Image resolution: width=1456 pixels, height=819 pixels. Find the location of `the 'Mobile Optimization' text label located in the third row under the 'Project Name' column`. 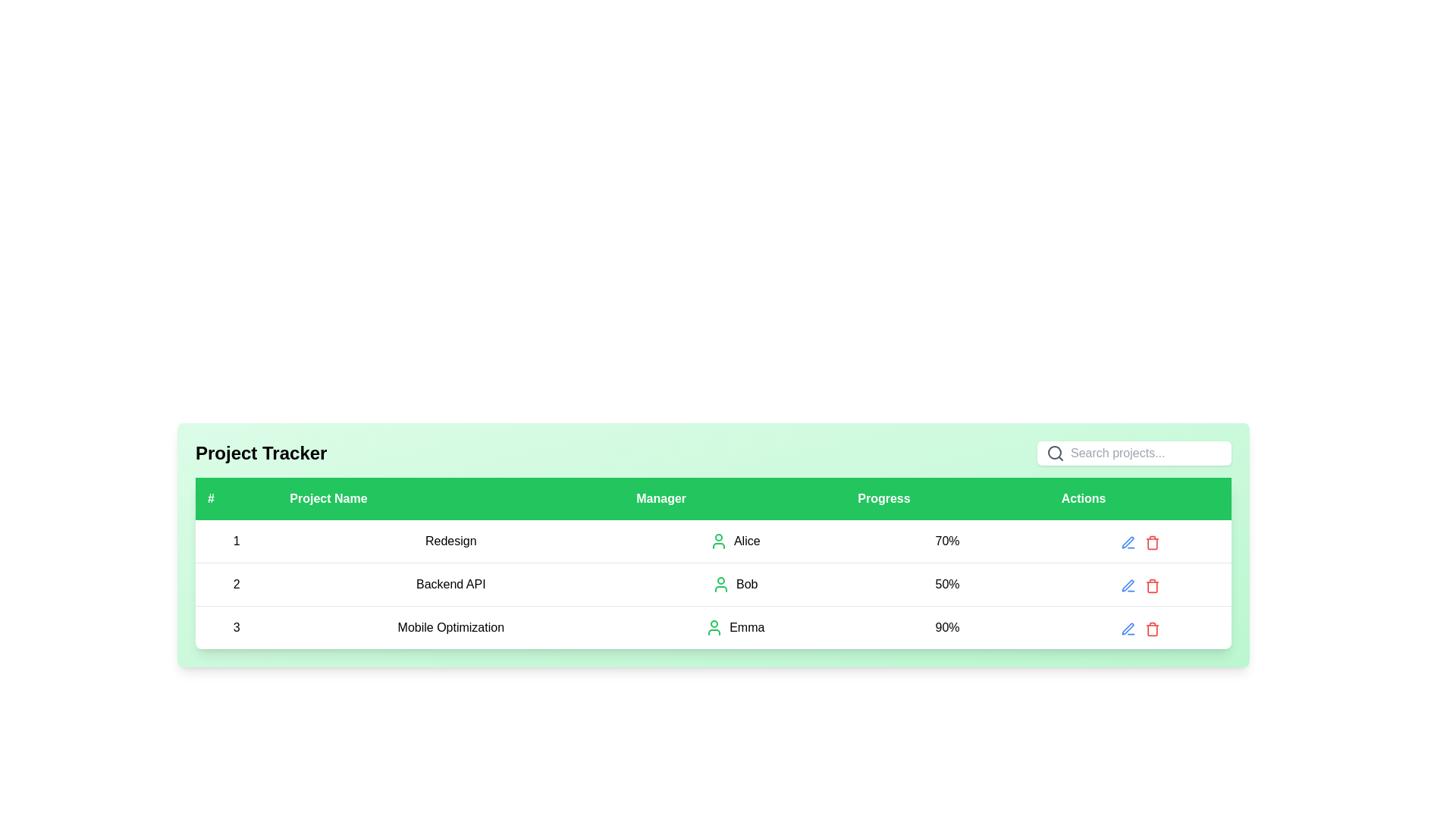

the 'Mobile Optimization' text label located in the third row under the 'Project Name' column is located at coordinates (450, 627).